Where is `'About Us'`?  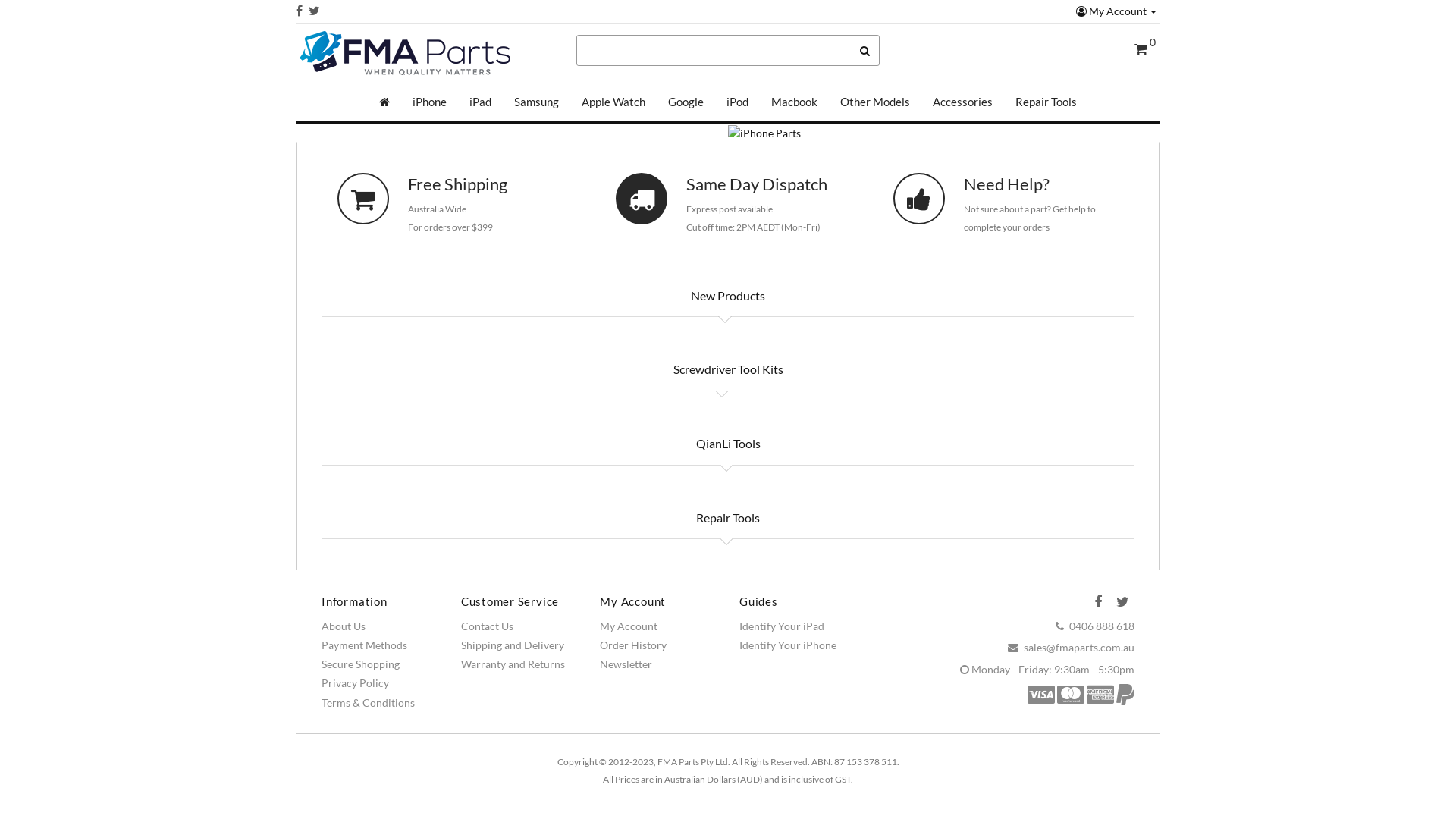 'About Us' is located at coordinates (342, 626).